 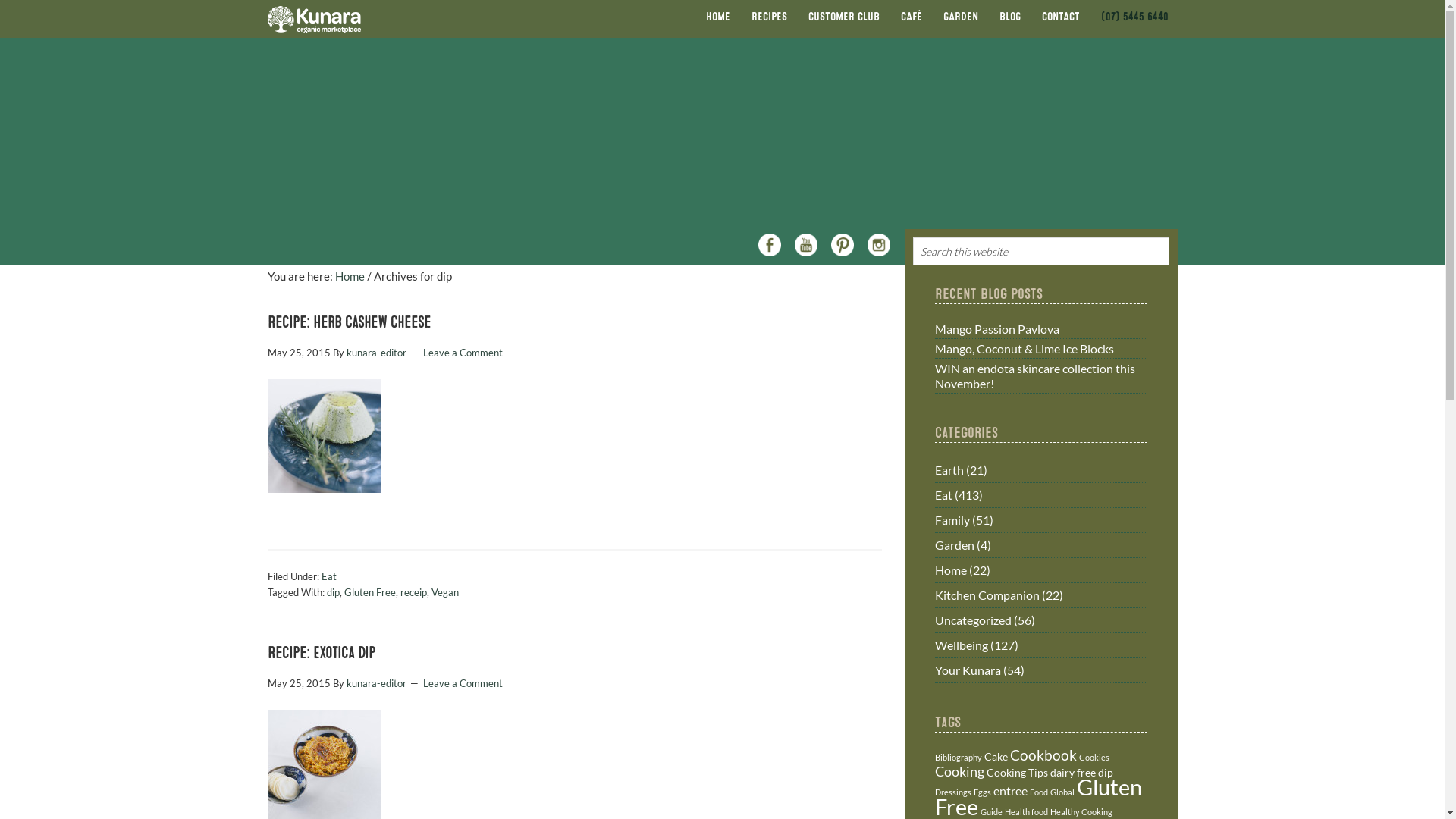 I want to click on 'Eggs', so click(x=973, y=791).